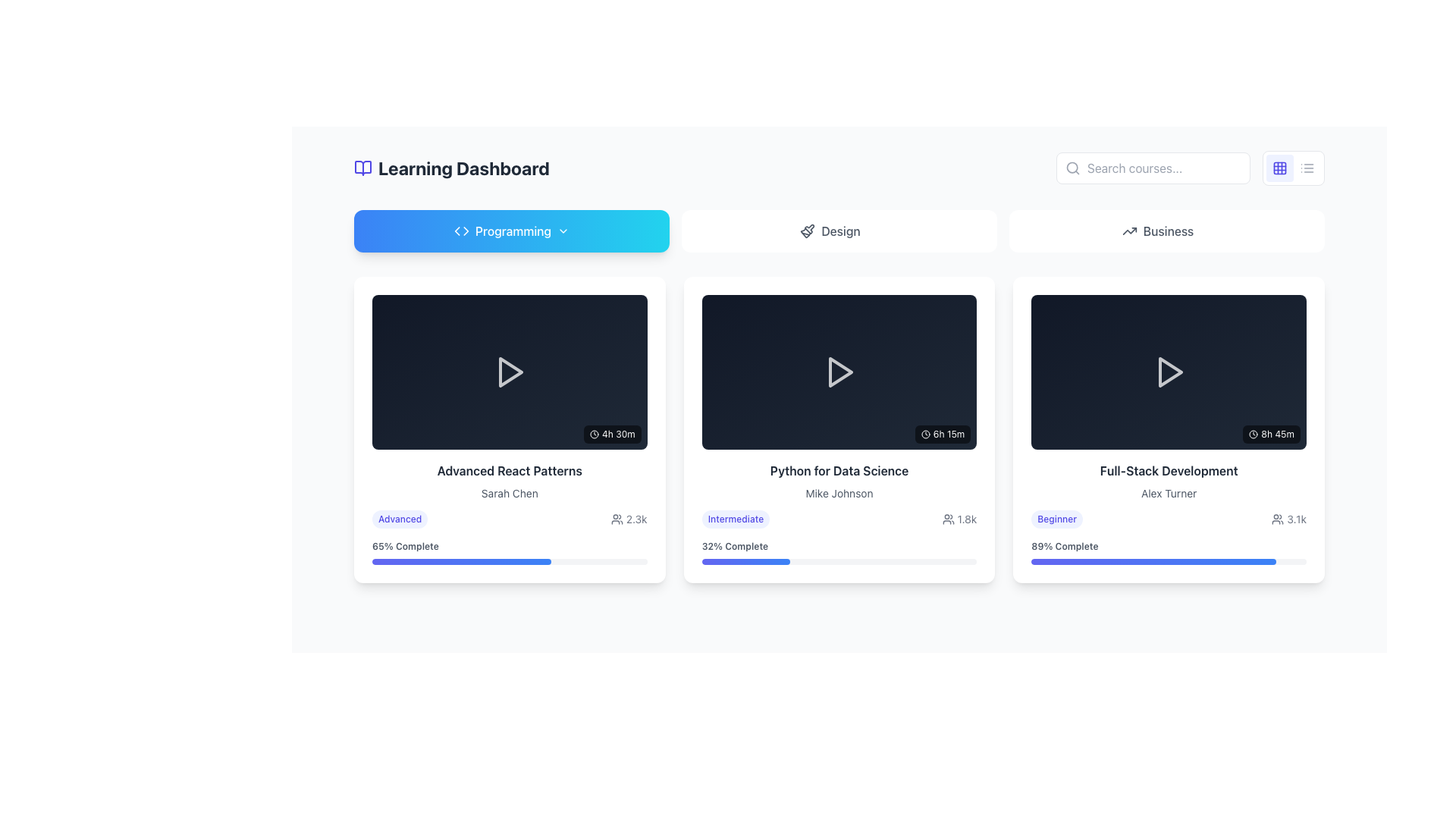 Image resolution: width=1456 pixels, height=819 pixels. What do you see at coordinates (400, 518) in the screenshot?
I see `the difficulty level label located in the 'Advanced React Patterns' card under the 'Programming' category, positioned above the progress bar and below the main title` at bounding box center [400, 518].